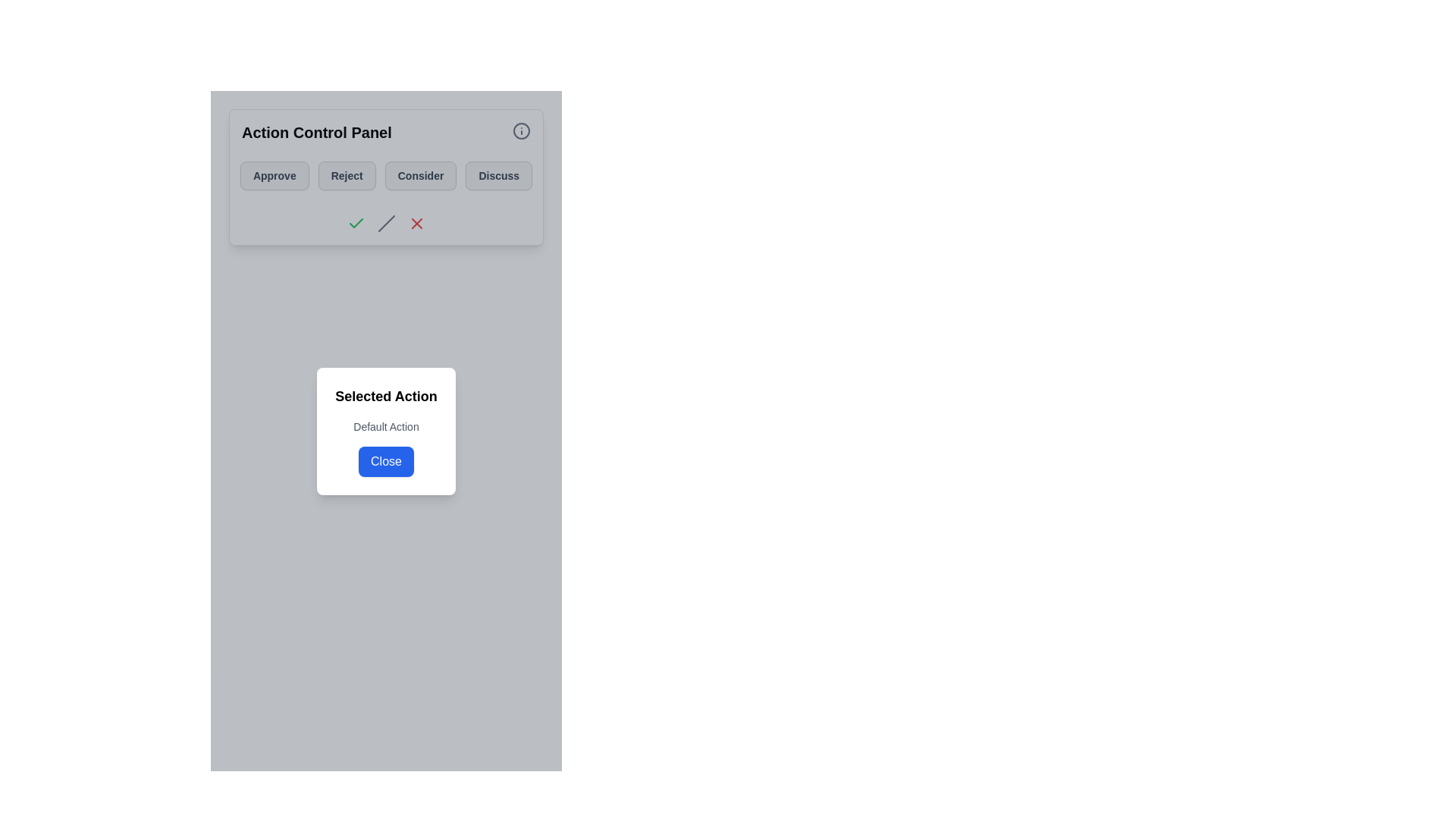  What do you see at coordinates (386, 395) in the screenshot?
I see `the bold, large-sized text label that reads 'Selected Action', located at the top of a white card element` at bounding box center [386, 395].